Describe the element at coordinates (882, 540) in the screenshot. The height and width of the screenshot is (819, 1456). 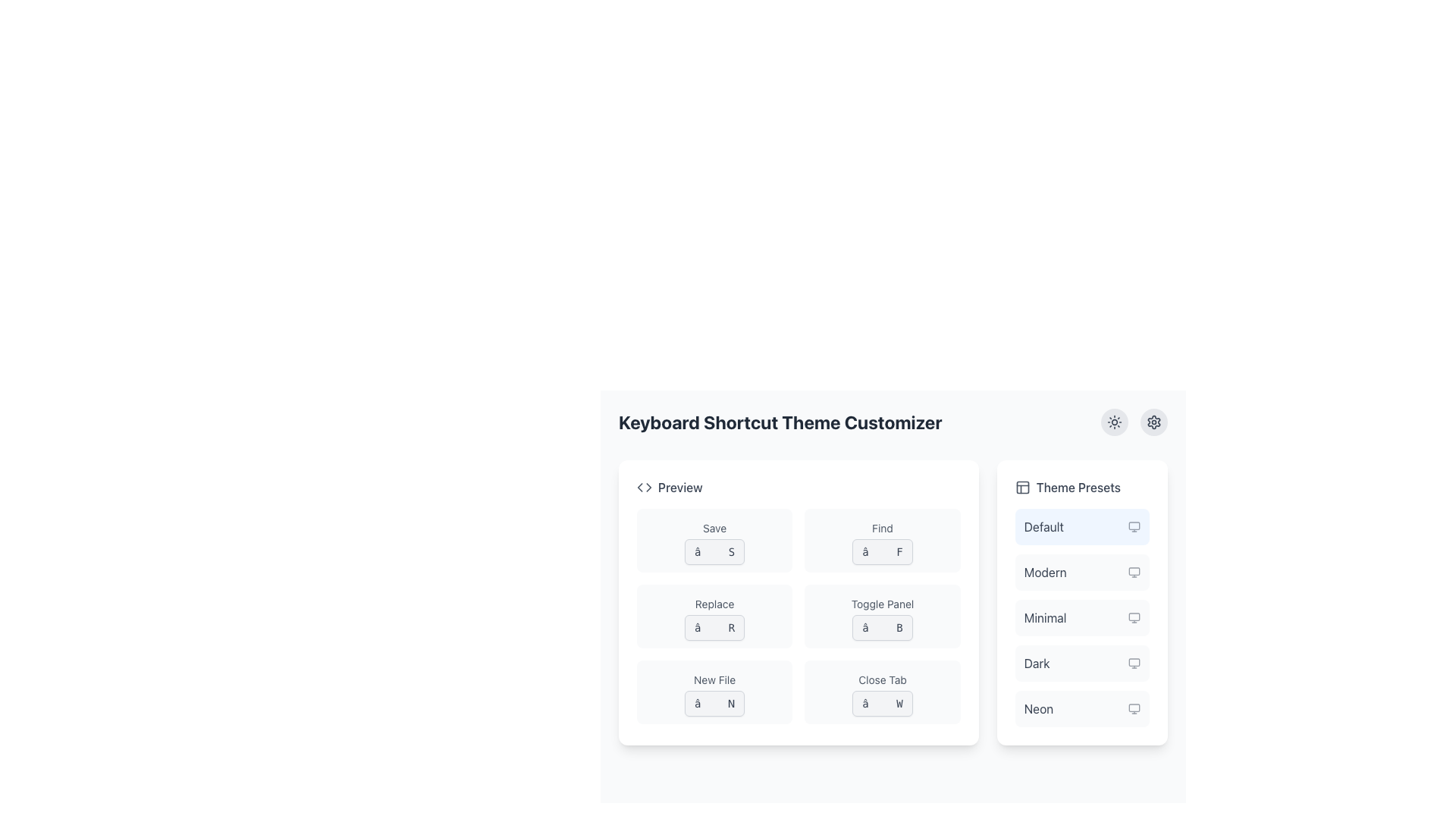
I see `the 'Find' label with the shortcut key '⌘ F', positioned in the second column of the first row in the grid layout` at that location.